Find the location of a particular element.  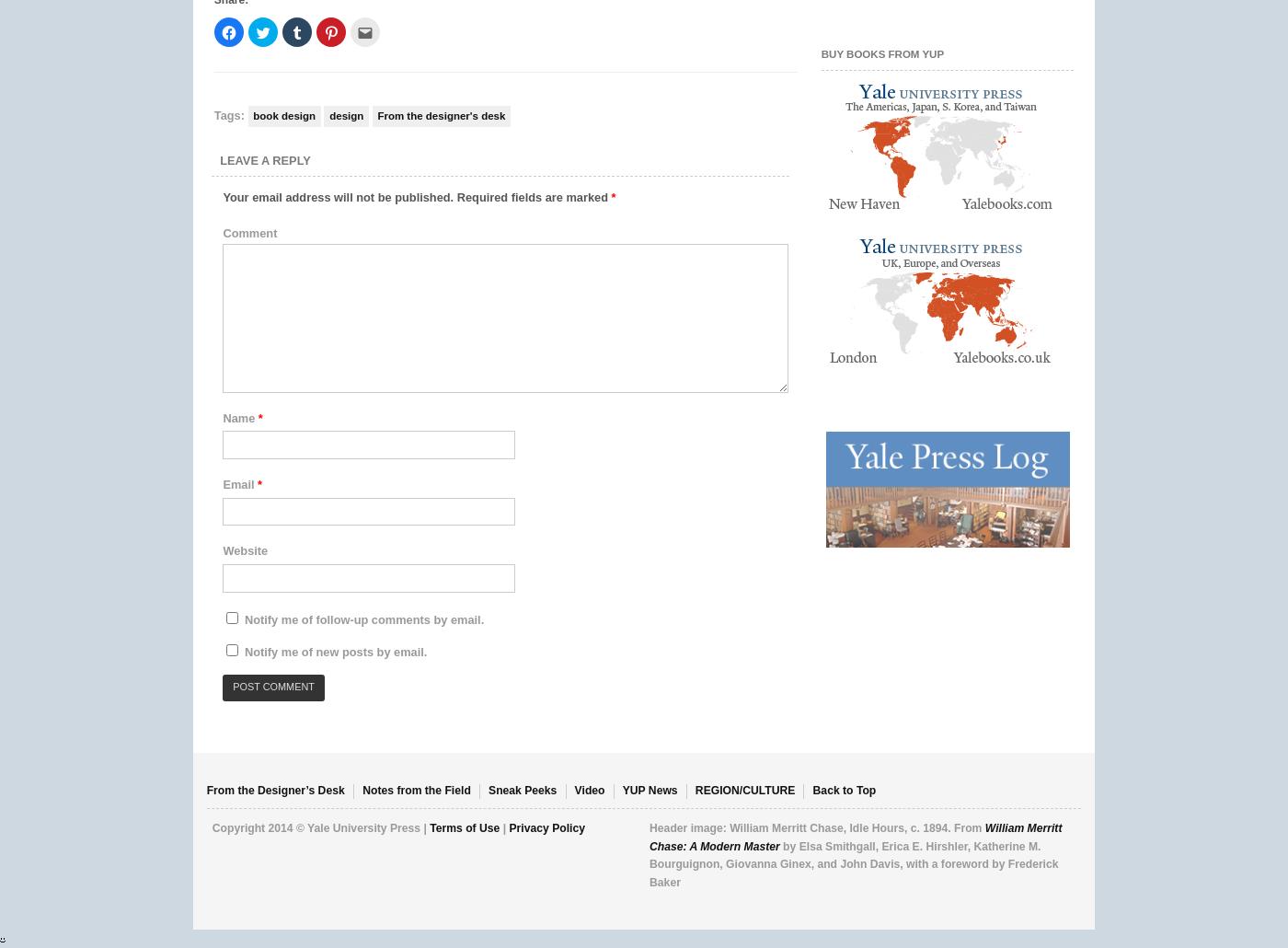

'Notify me of follow-up comments by email.' is located at coordinates (363, 618).